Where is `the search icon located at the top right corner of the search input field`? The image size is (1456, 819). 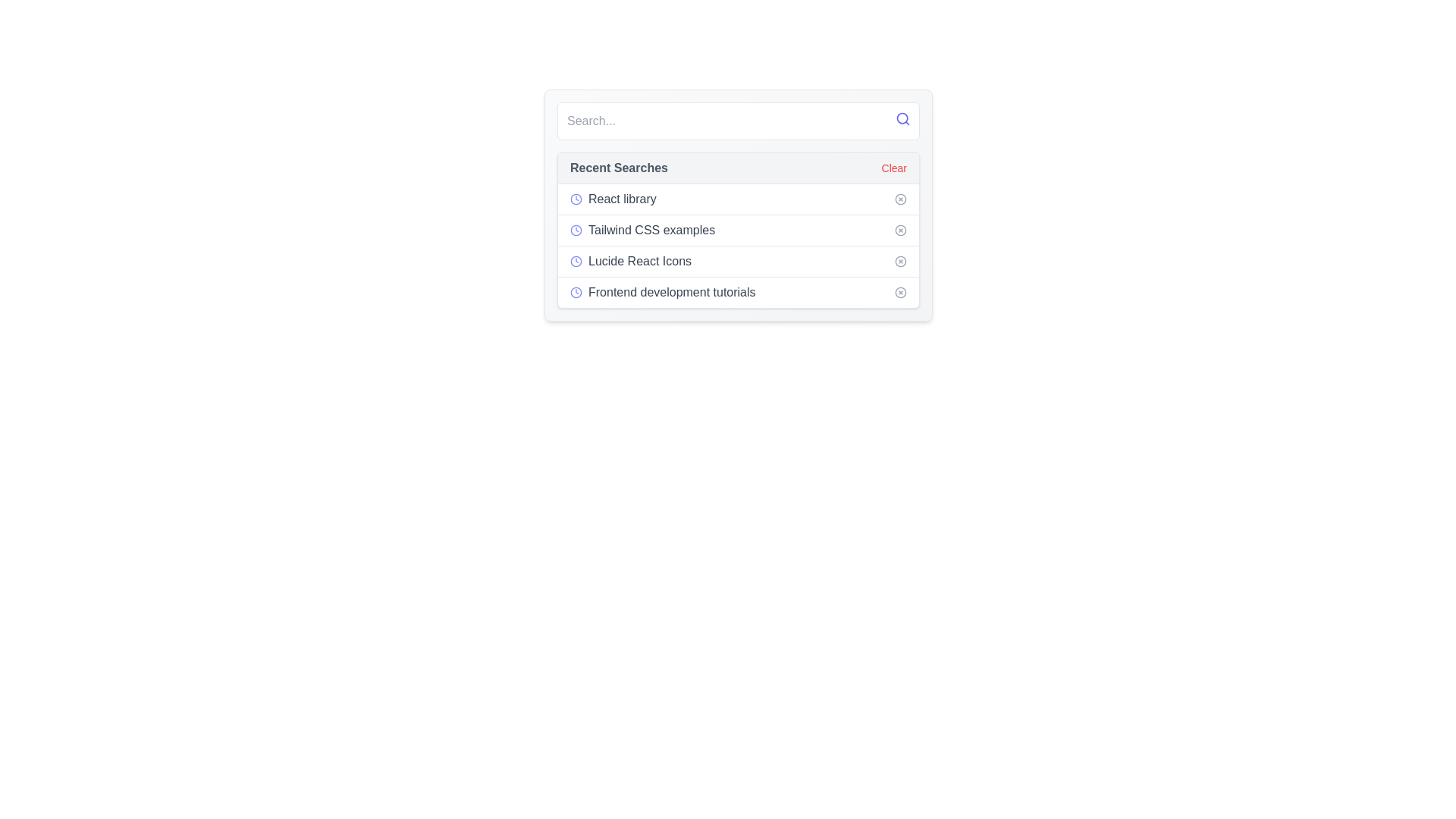
the search icon located at the top right corner of the search input field is located at coordinates (902, 118).